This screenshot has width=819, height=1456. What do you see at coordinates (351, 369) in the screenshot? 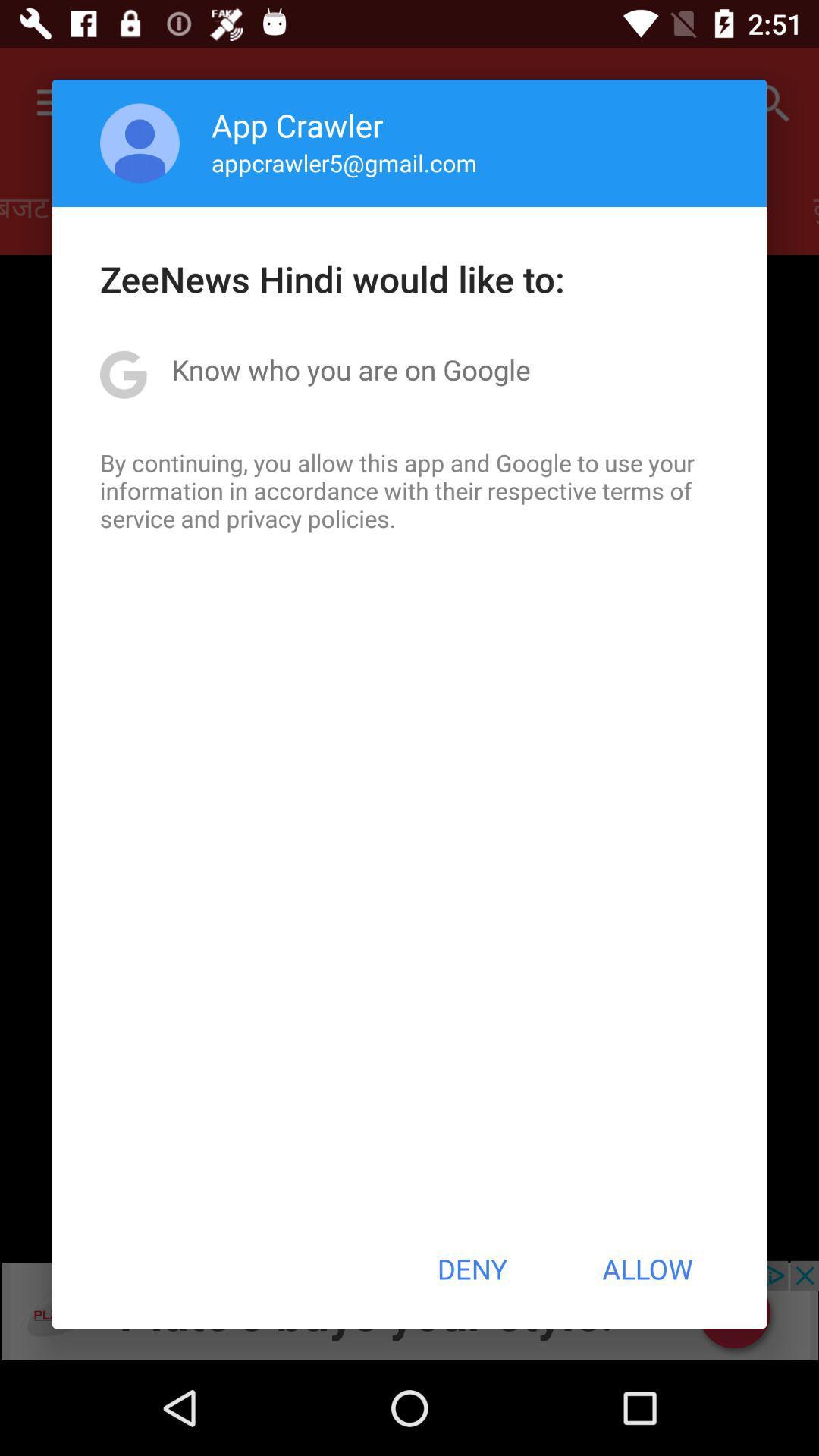
I see `item above by continuing you icon` at bounding box center [351, 369].